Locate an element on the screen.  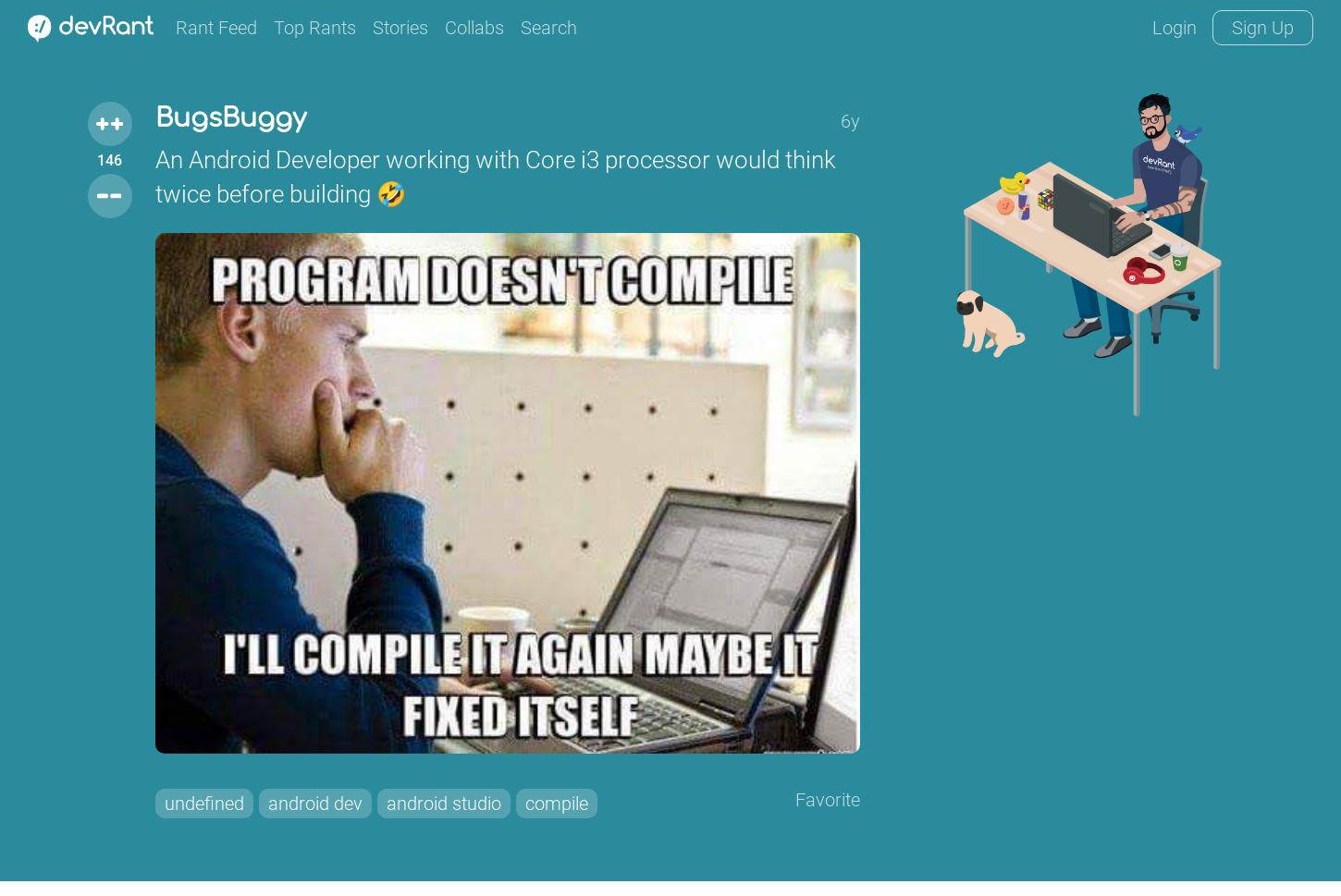
'Sign Up' is located at coordinates (1261, 28).